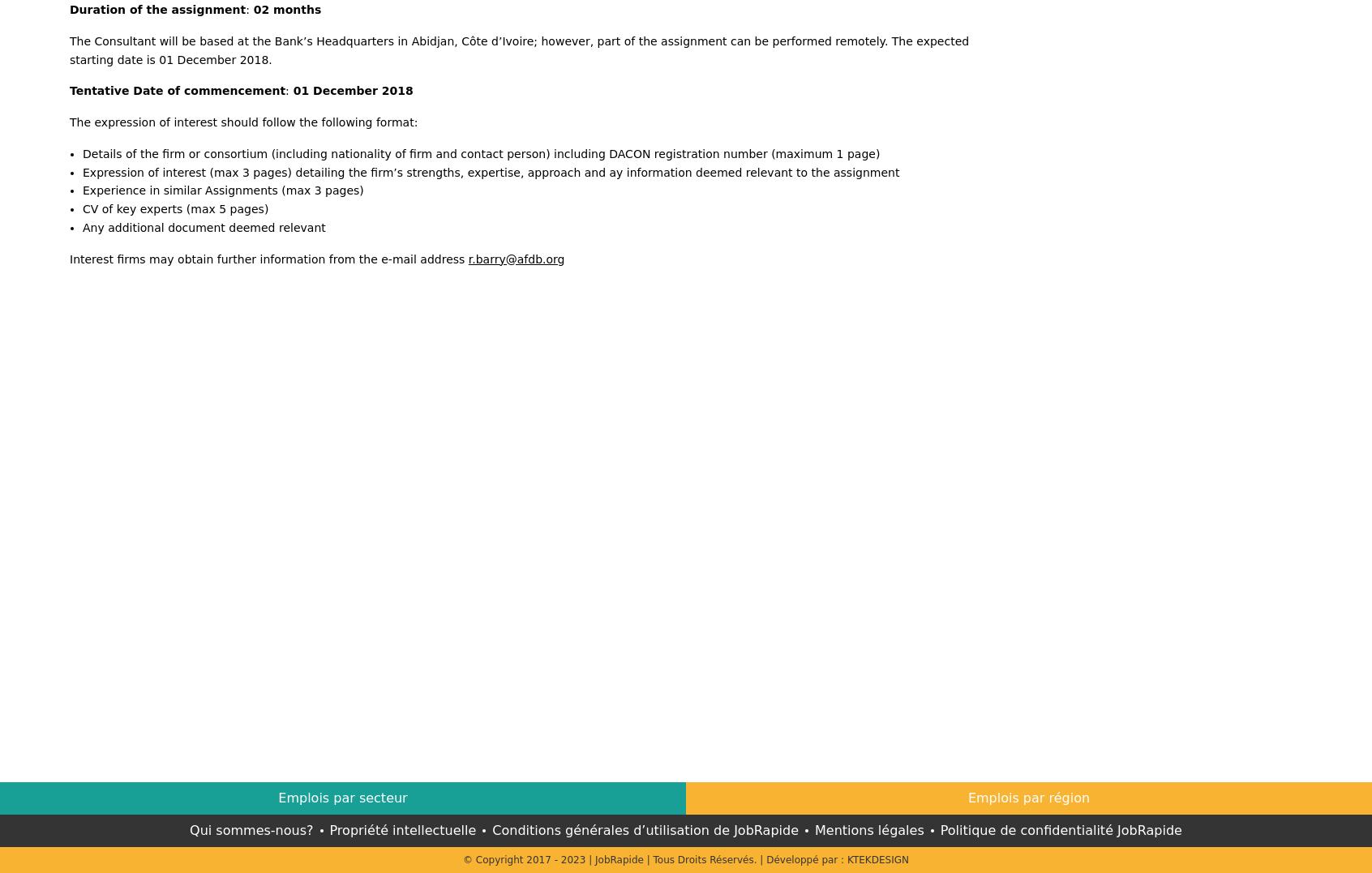  I want to click on 'Politique de confidentialité JobRapide', so click(939, 828).